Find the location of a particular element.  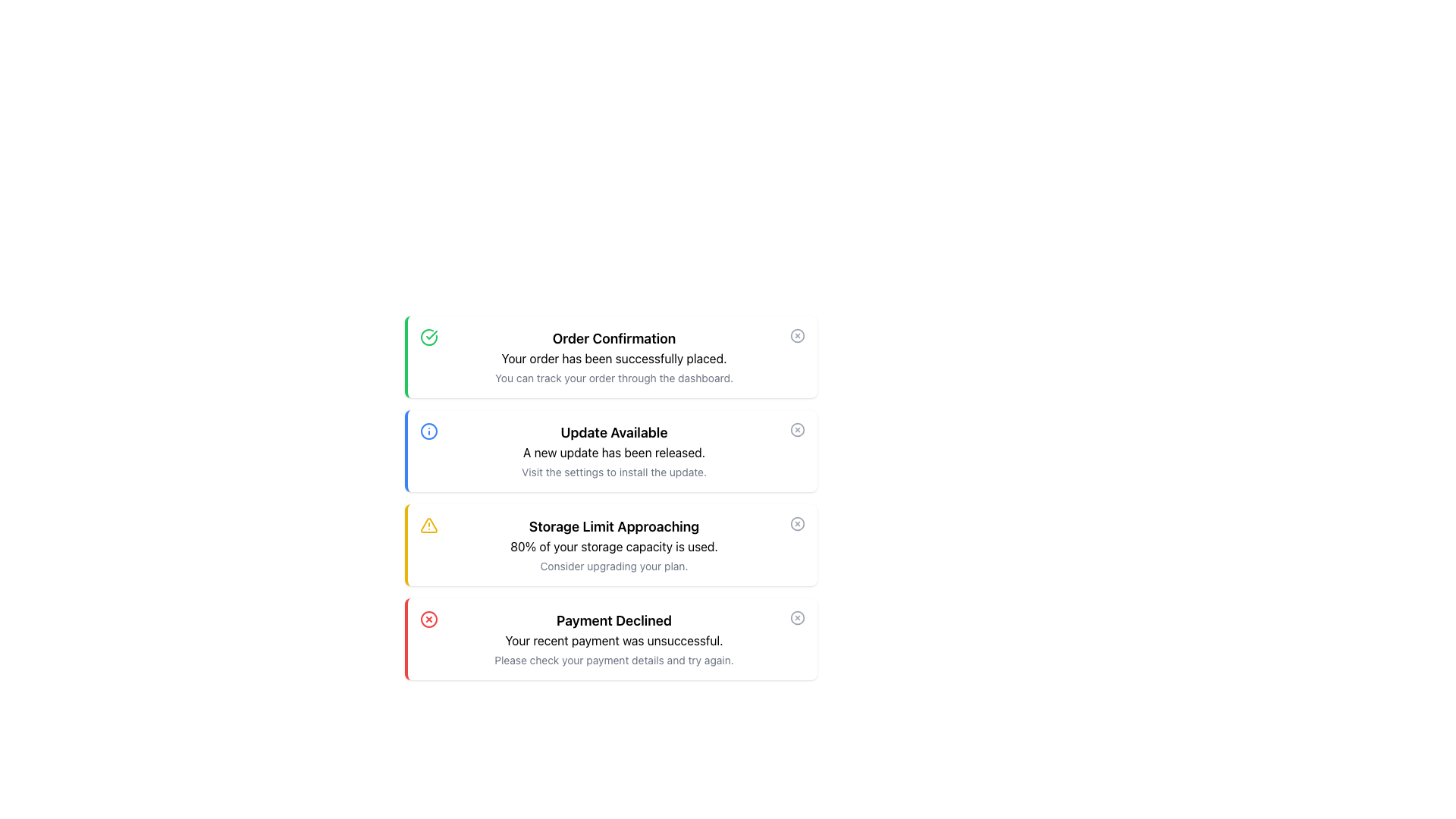

the text element that reads, 'Please check your payment details and try again.' which is styled with a smaller gray font and positioned below the message about unsuccessful payment is located at coordinates (614, 660).